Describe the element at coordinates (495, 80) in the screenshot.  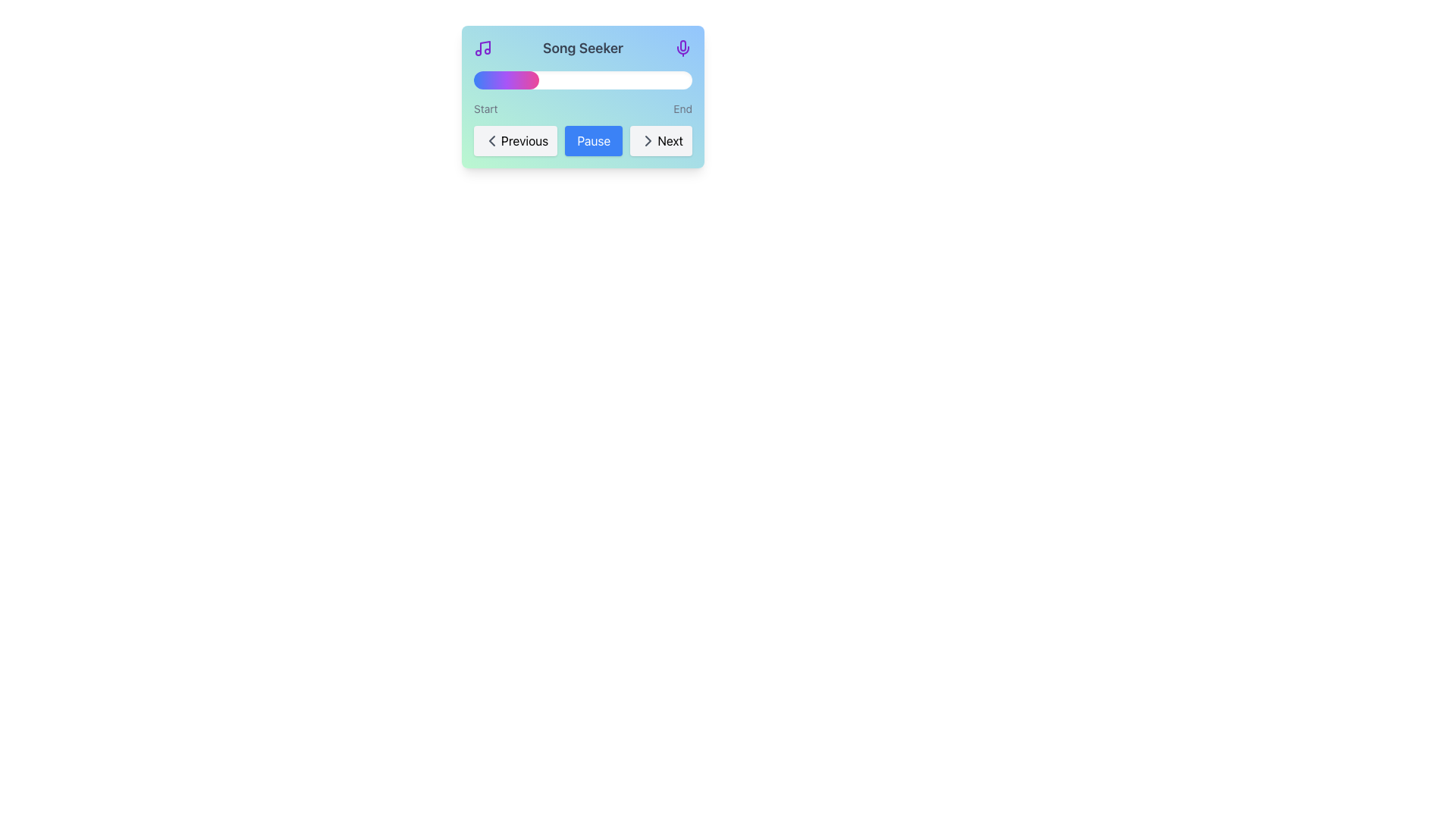
I see `the slider value` at that location.